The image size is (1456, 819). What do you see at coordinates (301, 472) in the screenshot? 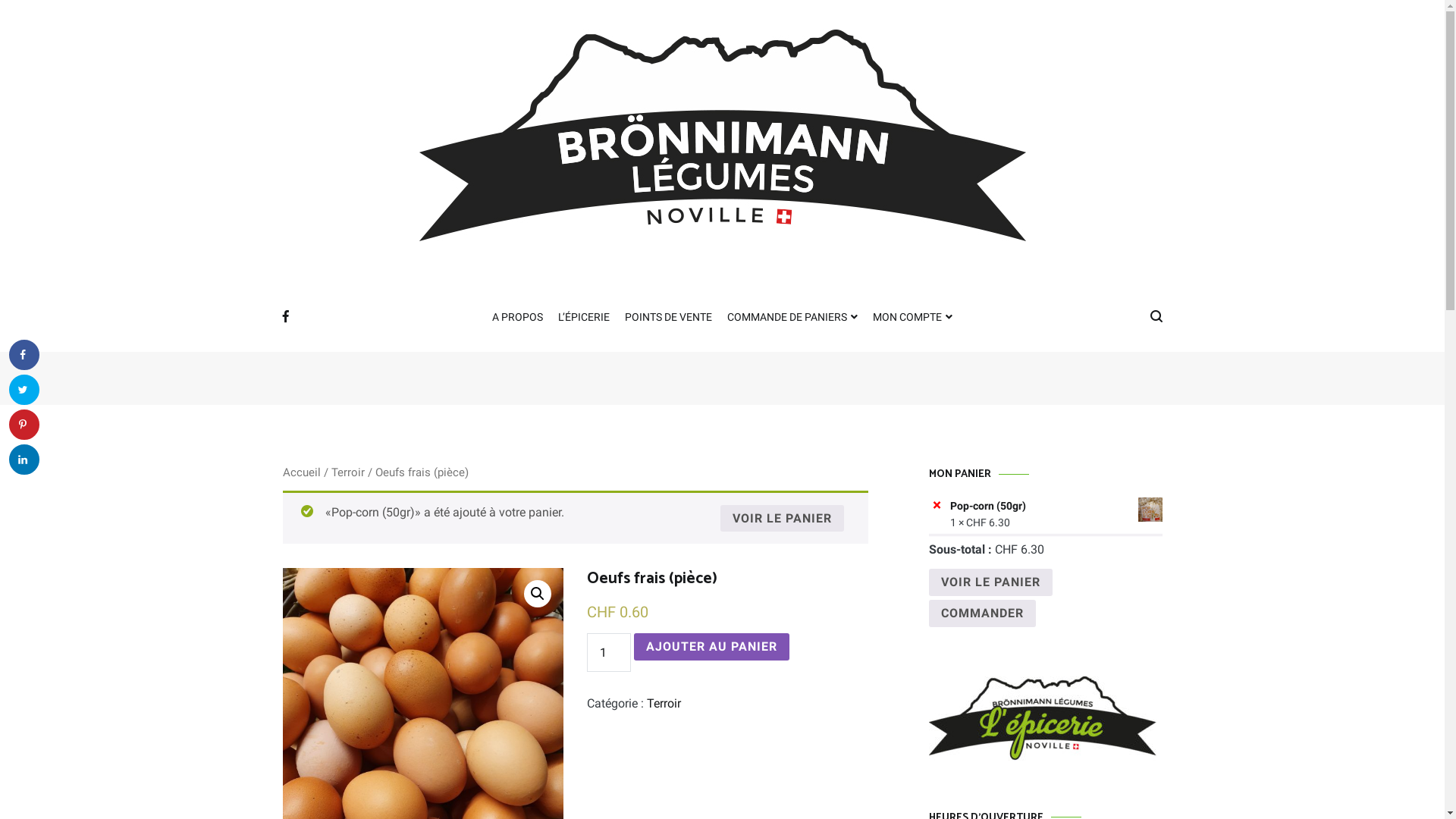
I see `'Accueil'` at bounding box center [301, 472].